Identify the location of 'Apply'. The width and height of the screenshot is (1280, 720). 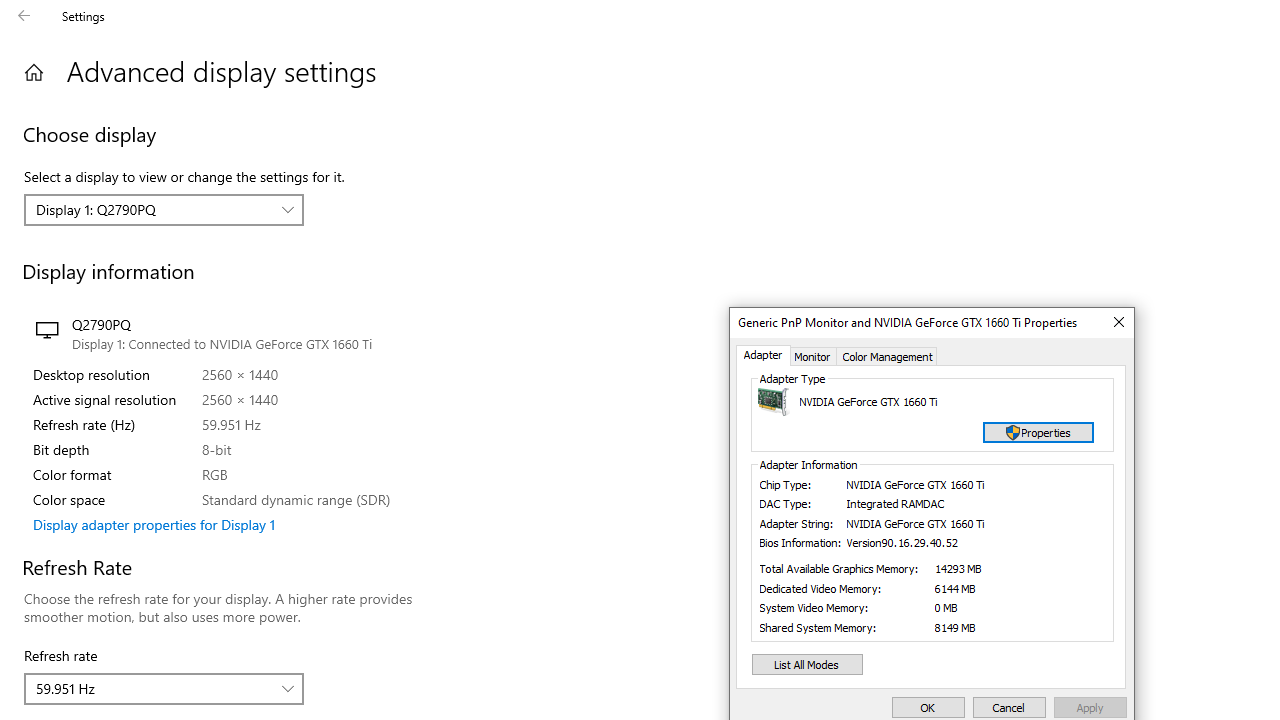
(1089, 706).